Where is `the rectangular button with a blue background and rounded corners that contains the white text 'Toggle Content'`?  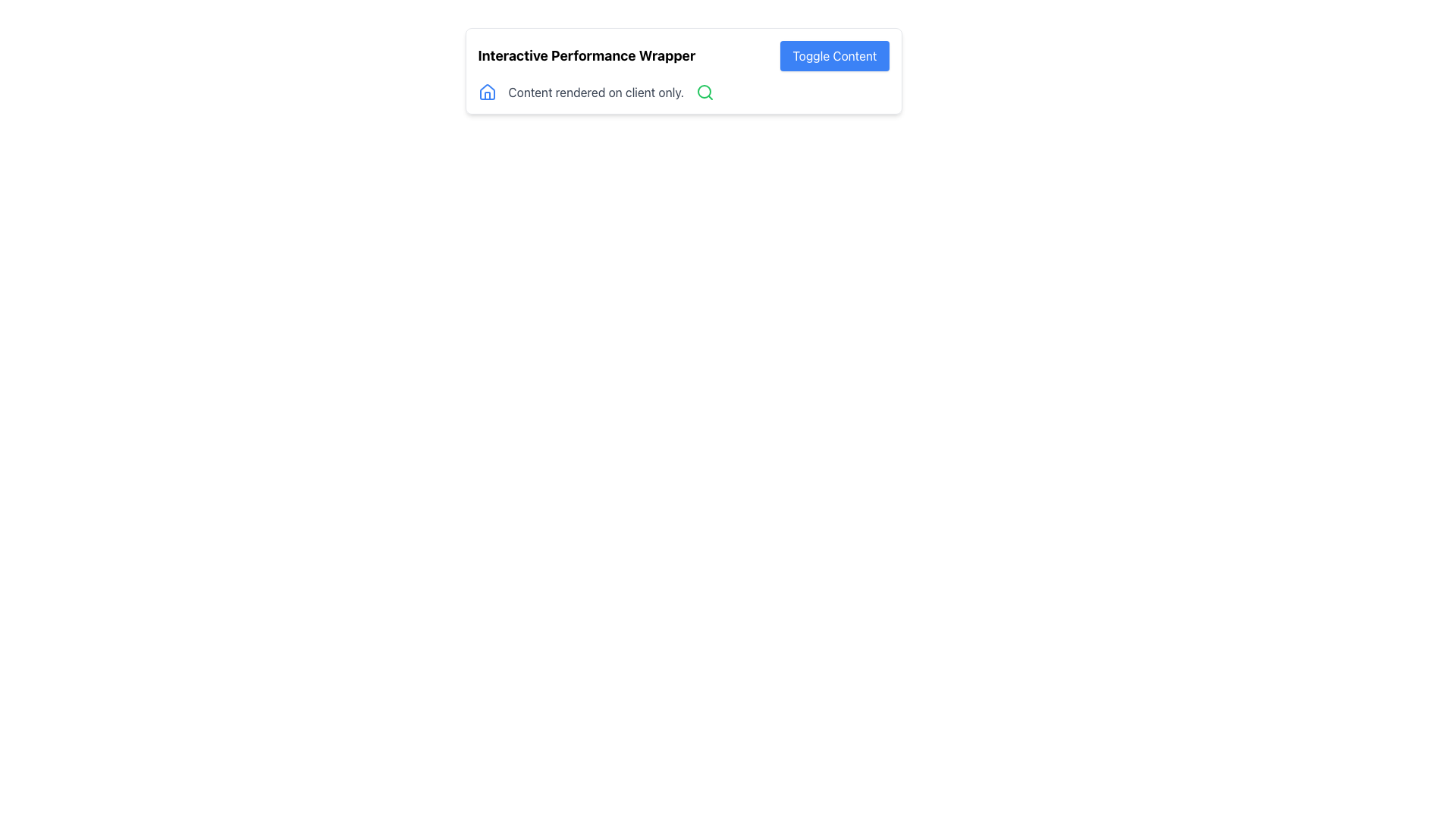 the rectangular button with a blue background and rounded corners that contains the white text 'Toggle Content' is located at coordinates (833, 55).